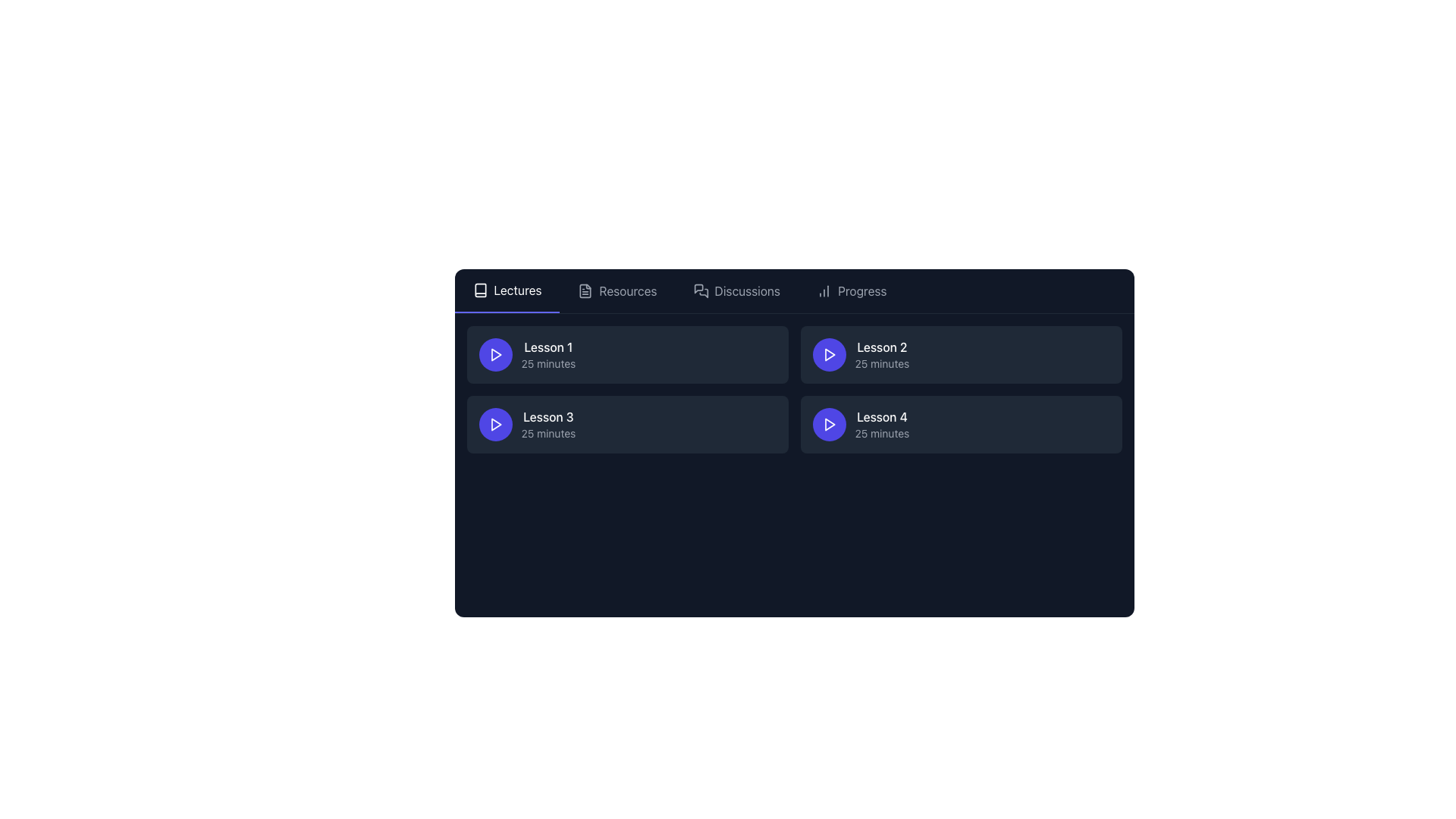 The image size is (1456, 819). What do you see at coordinates (700, 291) in the screenshot?
I see `the messaging icon shaped like two overlapping speech bubbles located in the top navigation bar to the left of the text 'Discussions'` at bounding box center [700, 291].